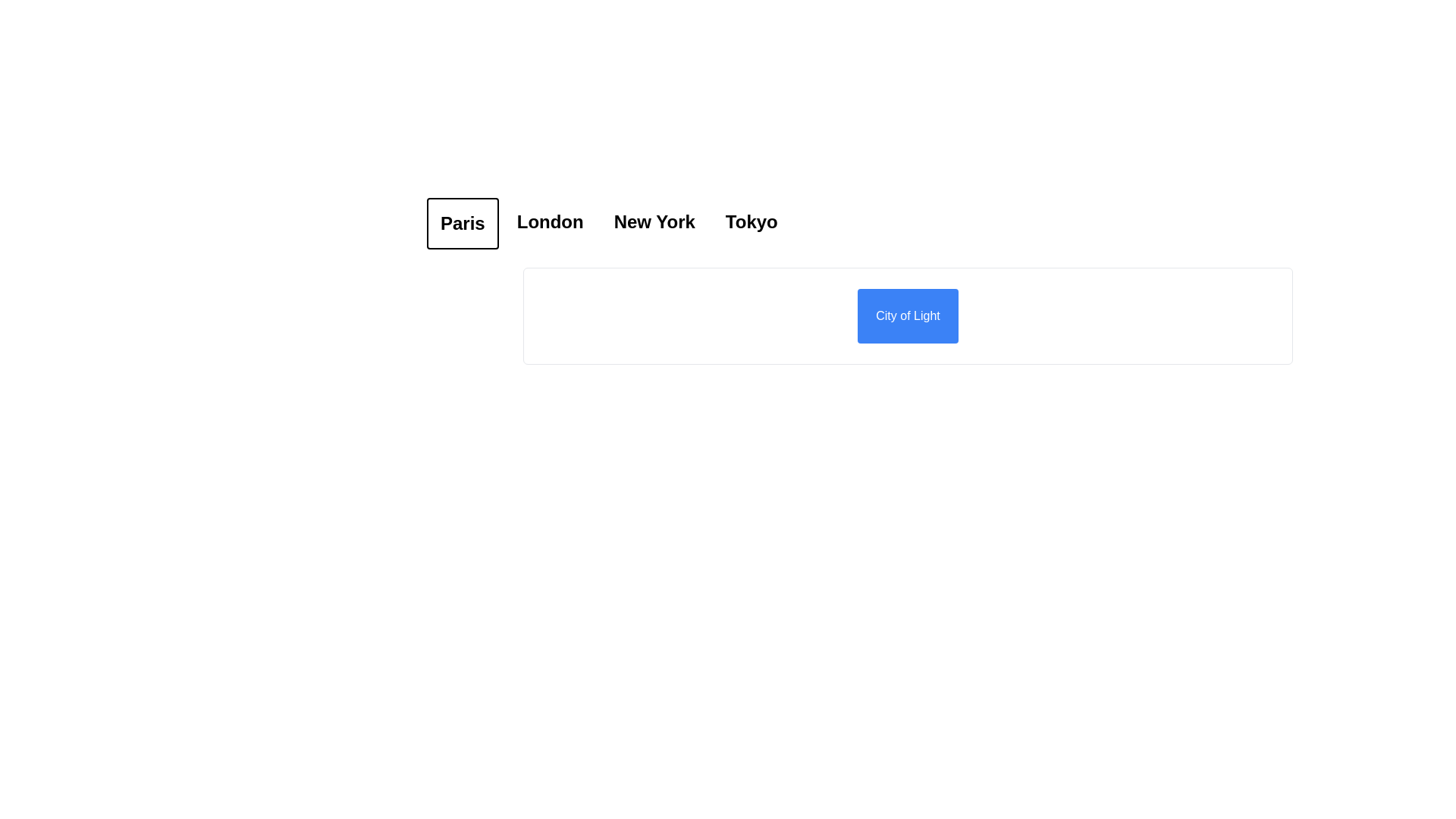 The width and height of the screenshot is (1456, 819). Describe the element at coordinates (462, 223) in the screenshot. I see `the selectable label option representing 'Paris'` at that location.